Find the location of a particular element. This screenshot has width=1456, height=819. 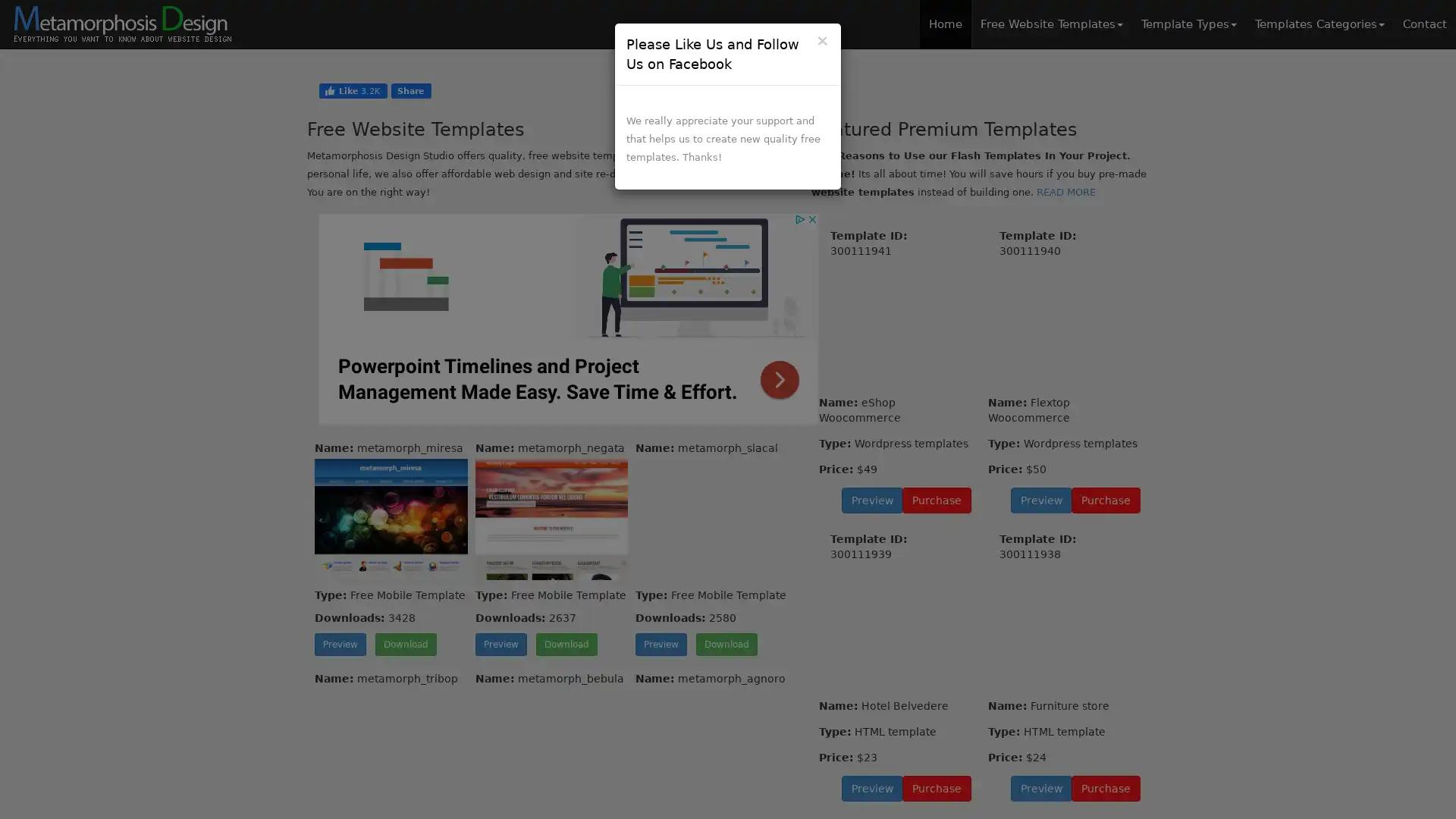

Preview is located at coordinates (872, 500).